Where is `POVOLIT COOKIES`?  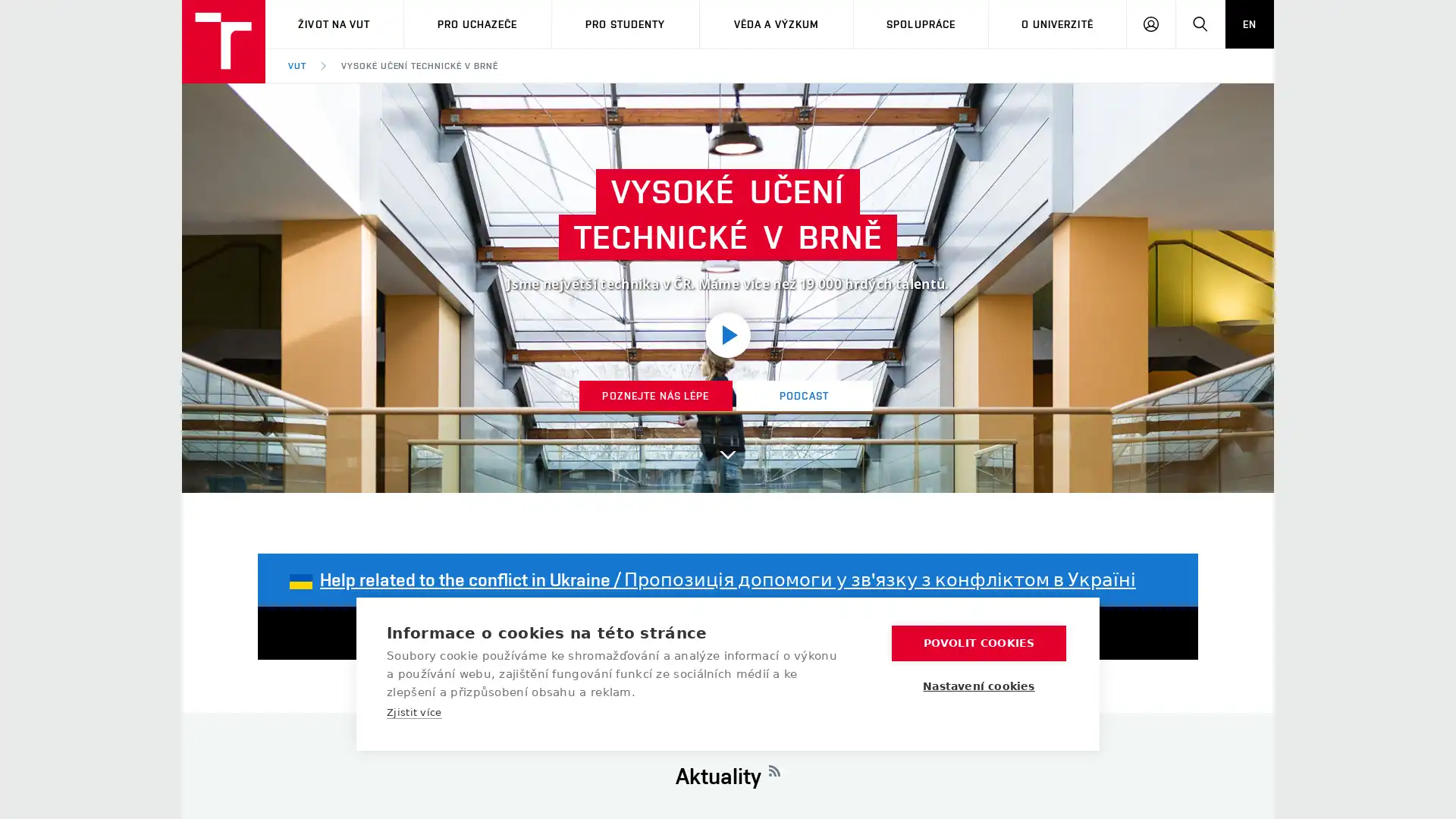
POVOLIT COOKIES is located at coordinates (979, 643).